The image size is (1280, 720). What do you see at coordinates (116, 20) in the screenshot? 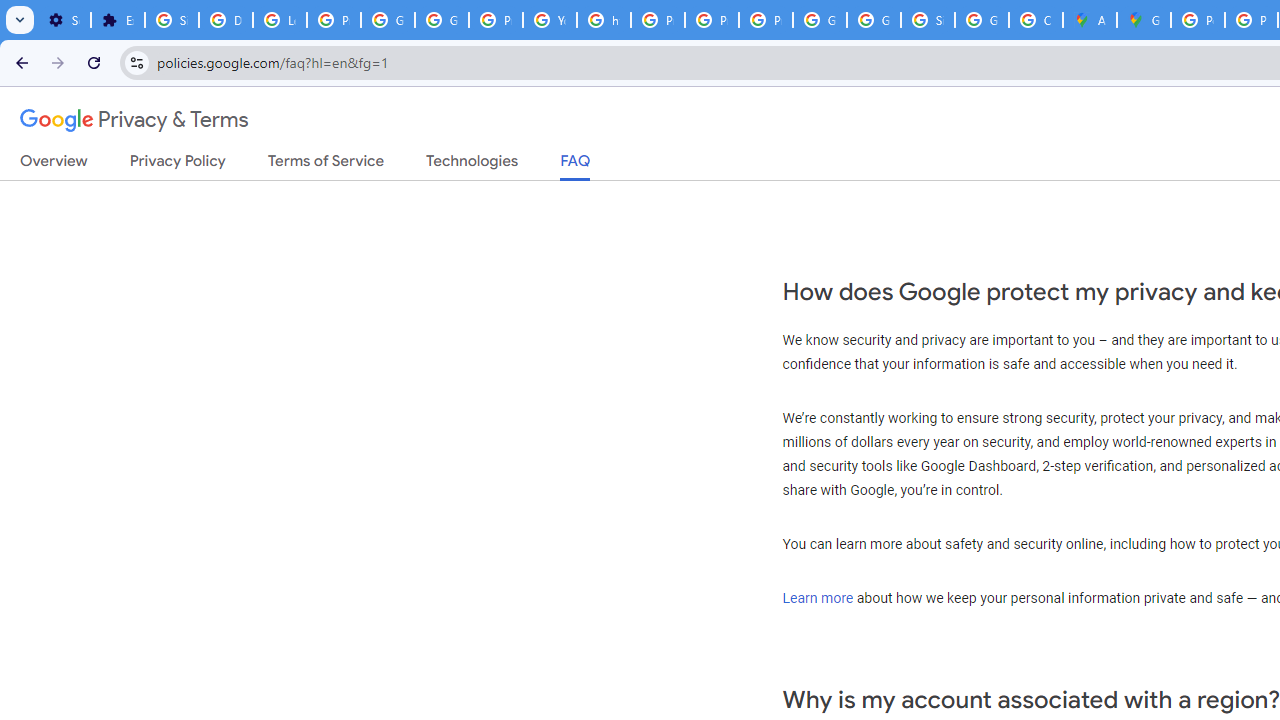
I see `'Extensions'` at bounding box center [116, 20].